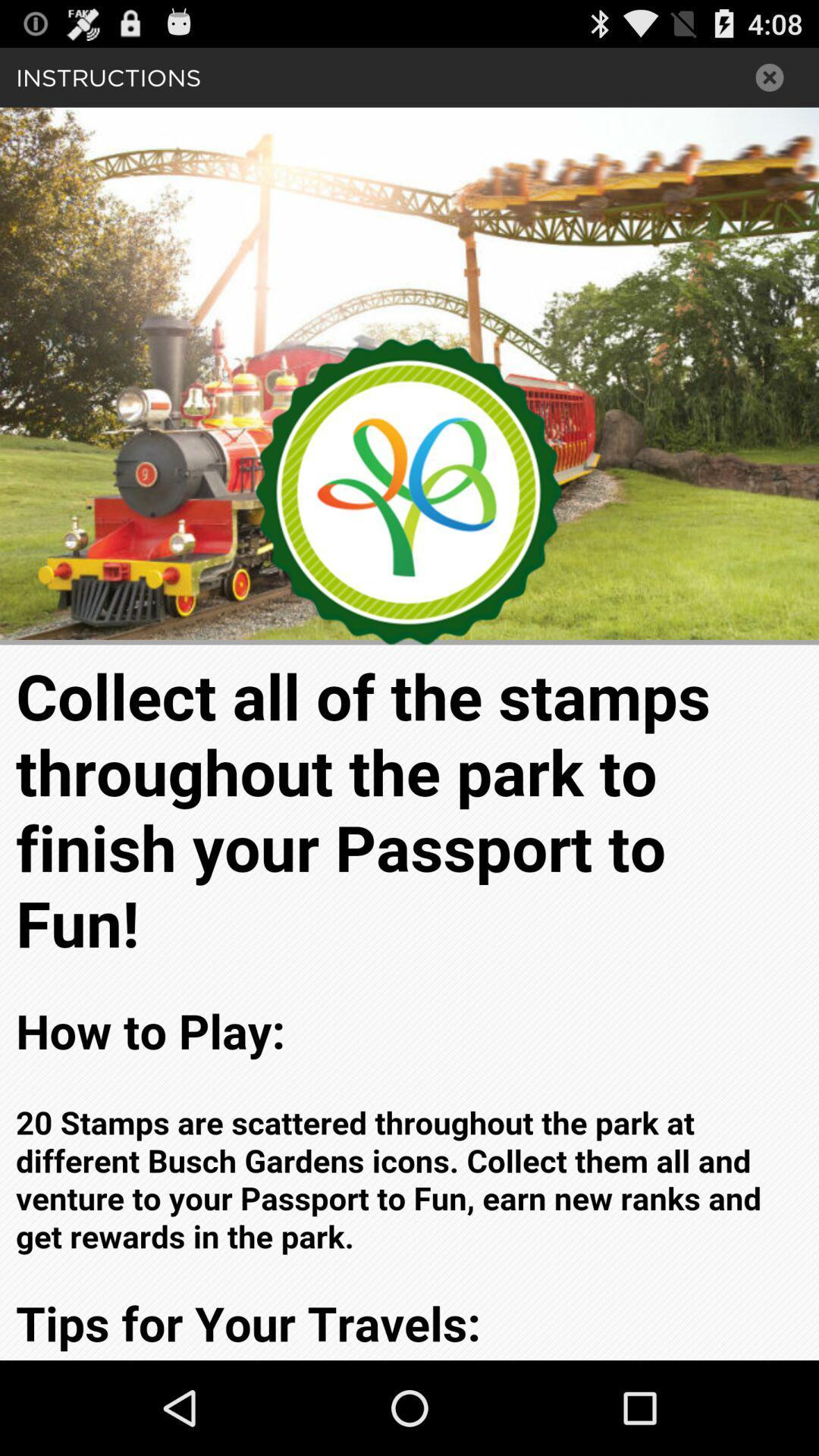  What do you see at coordinates (770, 82) in the screenshot?
I see `the close icon` at bounding box center [770, 82].